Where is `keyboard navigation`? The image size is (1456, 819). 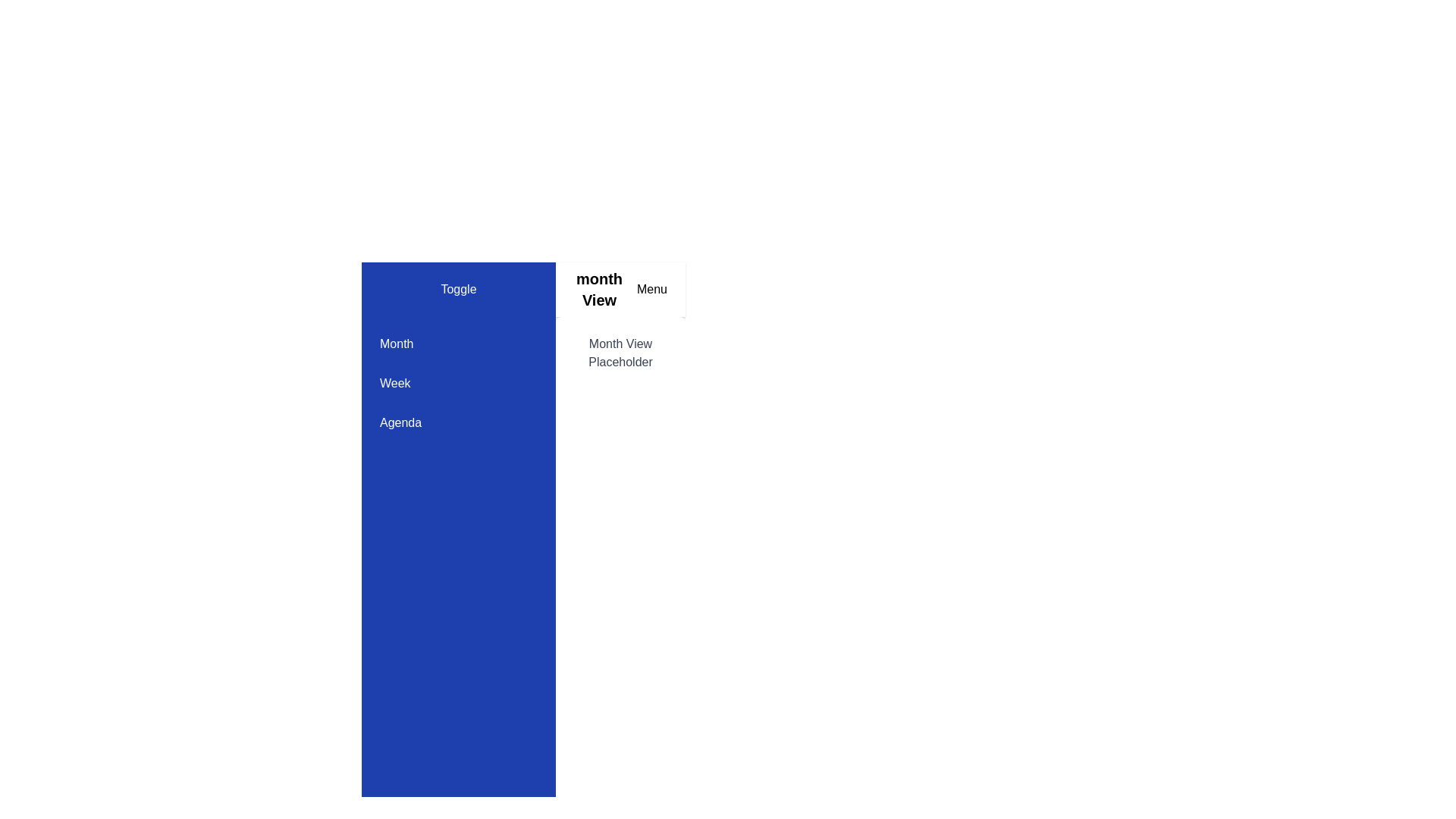
keyboard navigation is located at coordinates (457, 382).